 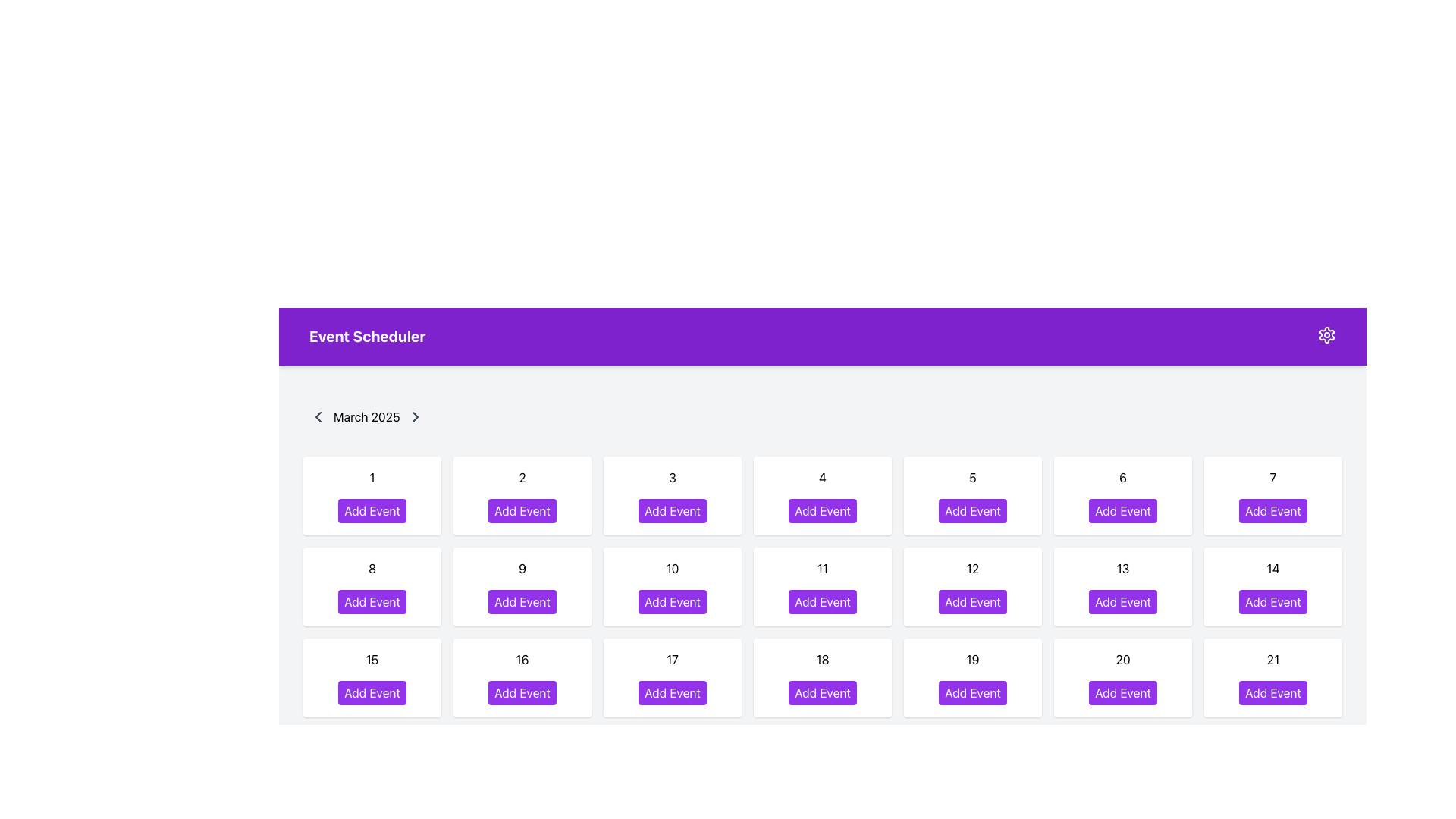 What do you see at coordinates (1273, 496) in the screenshot?
I see `the 'Add Event' button in the calendar interface representing the seventh day of the month` at bounding box center [1273, 496].